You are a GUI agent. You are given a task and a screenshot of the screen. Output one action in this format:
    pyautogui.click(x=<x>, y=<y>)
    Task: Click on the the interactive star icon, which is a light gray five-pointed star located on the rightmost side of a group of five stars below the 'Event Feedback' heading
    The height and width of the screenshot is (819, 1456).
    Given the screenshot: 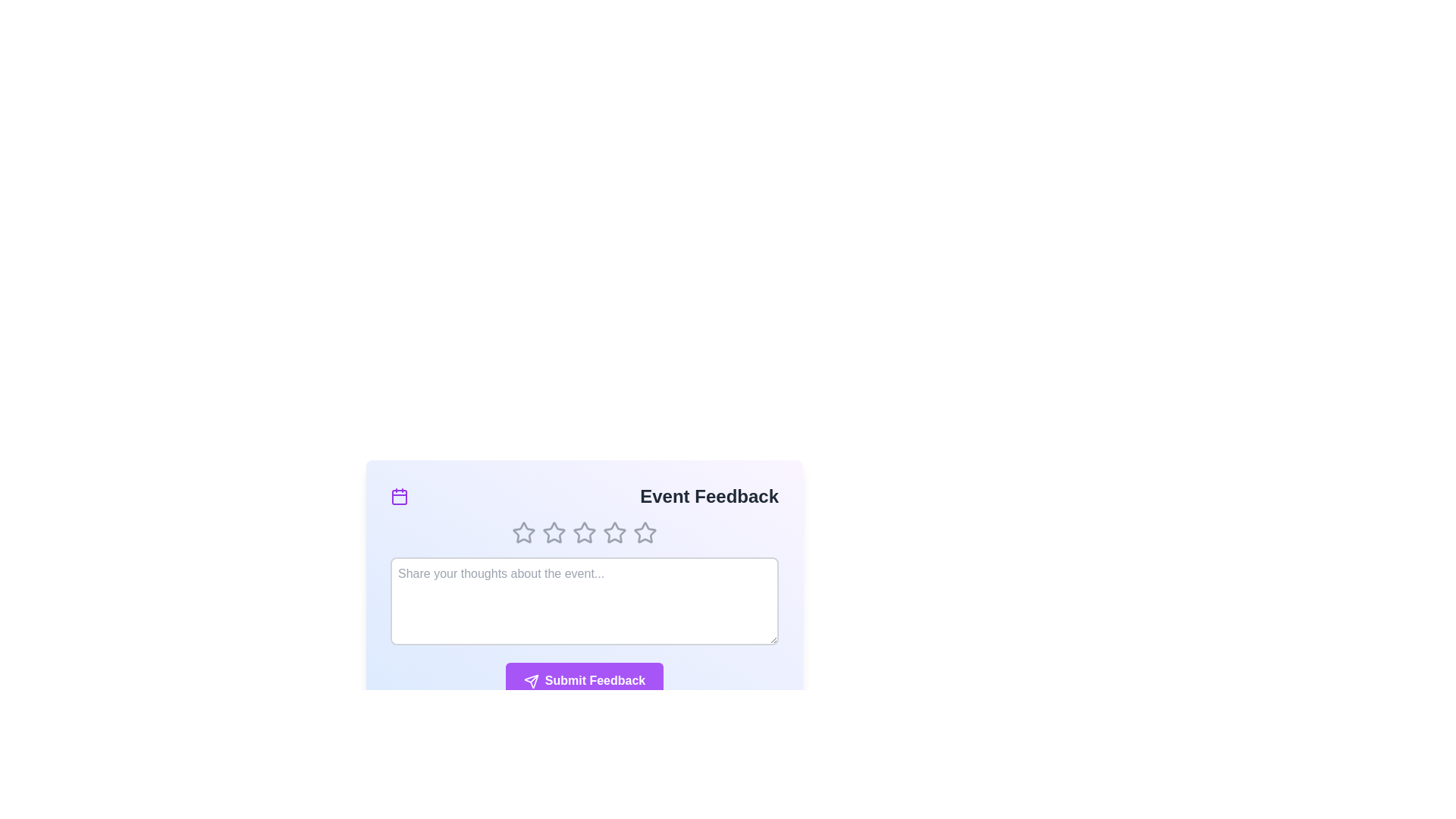 What is the action you would take?
    pyautogui.click(x=645, y=532)
    